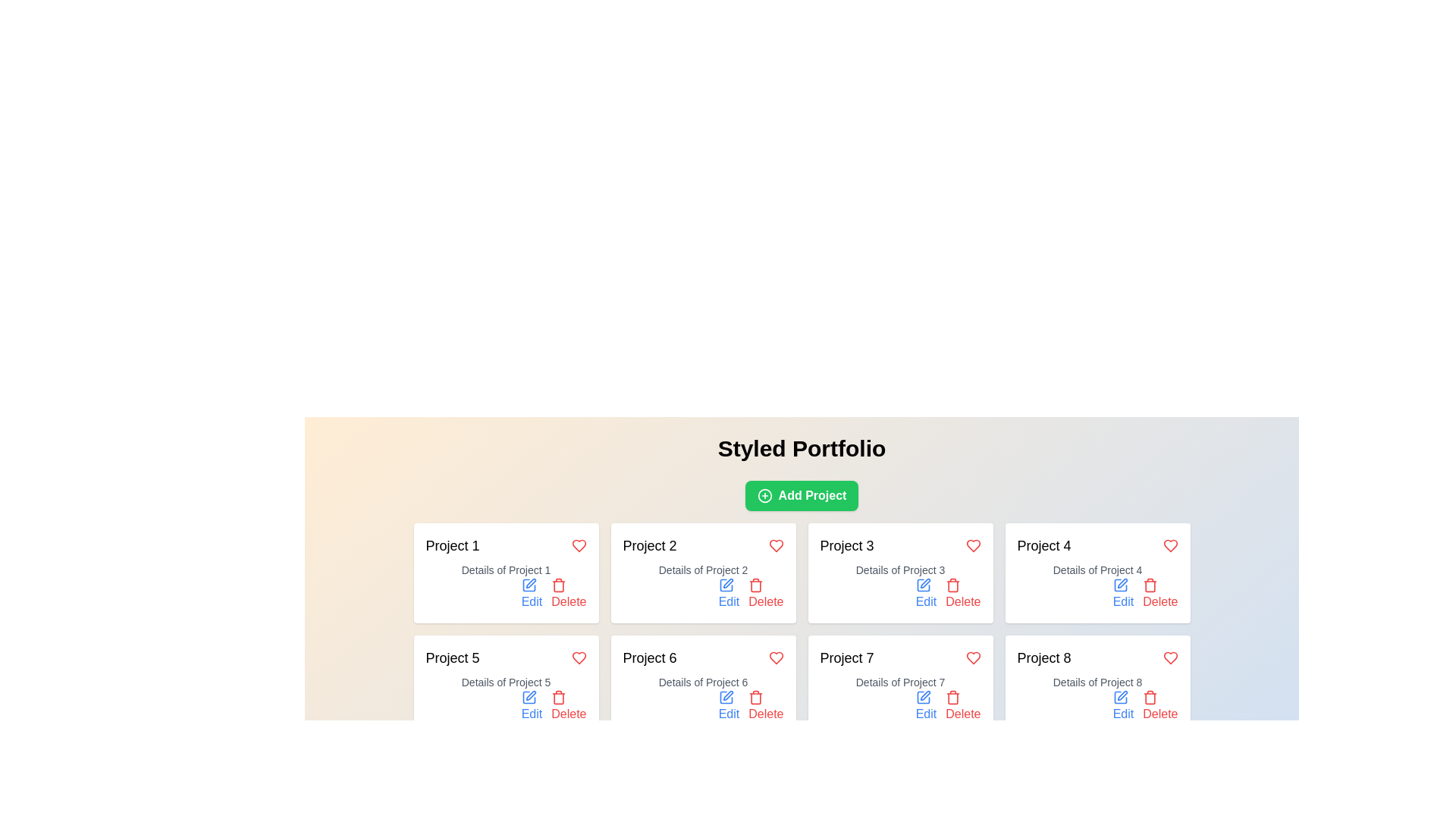 The width and height of the screenshot is (1456, 819). Describe the element at coordinates (702, 681) in the screenshot. I see `the text block displaying 'Details of Project 6', which is positioned below the 'Project 6' title and above the action links in the sixth card of a 4x2 grid layout` at that location.